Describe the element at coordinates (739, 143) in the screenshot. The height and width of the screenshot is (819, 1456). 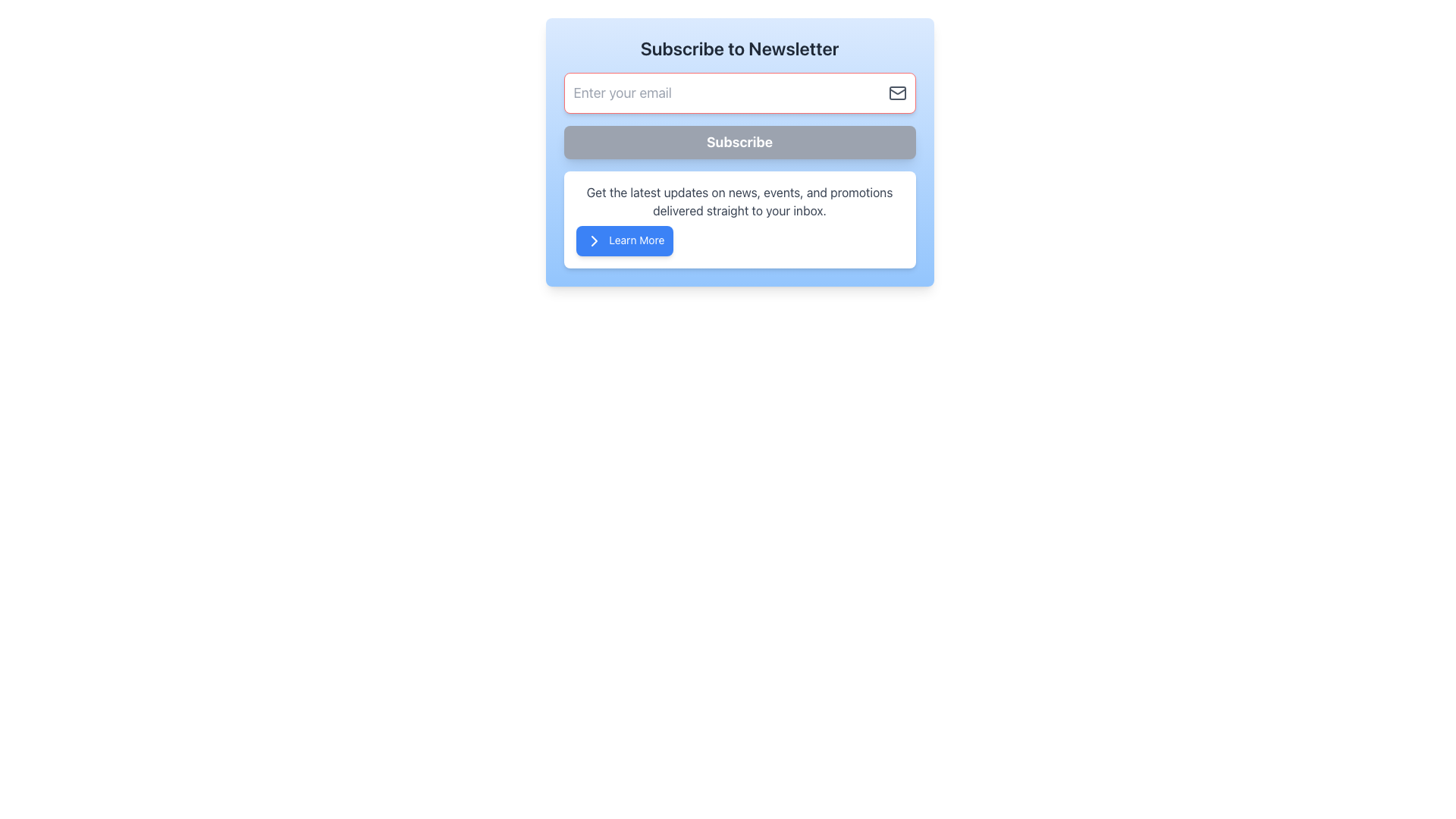
I see `the 'Subscribe' button located below the email input field in the 'Subscribe to Newsletter' section` at that location.